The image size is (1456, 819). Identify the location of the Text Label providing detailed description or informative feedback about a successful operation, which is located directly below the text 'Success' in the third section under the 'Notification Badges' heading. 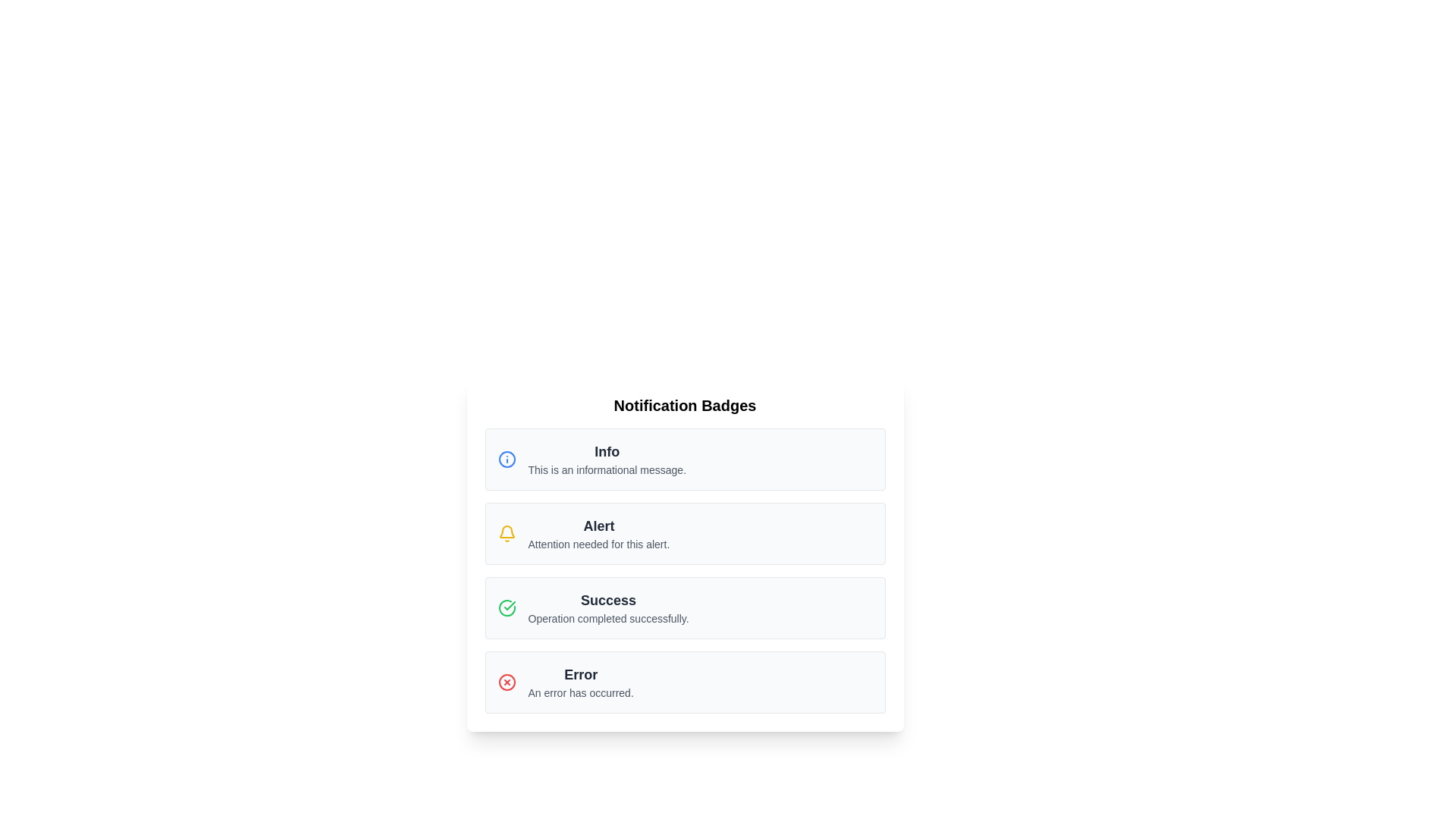
(608, 619).